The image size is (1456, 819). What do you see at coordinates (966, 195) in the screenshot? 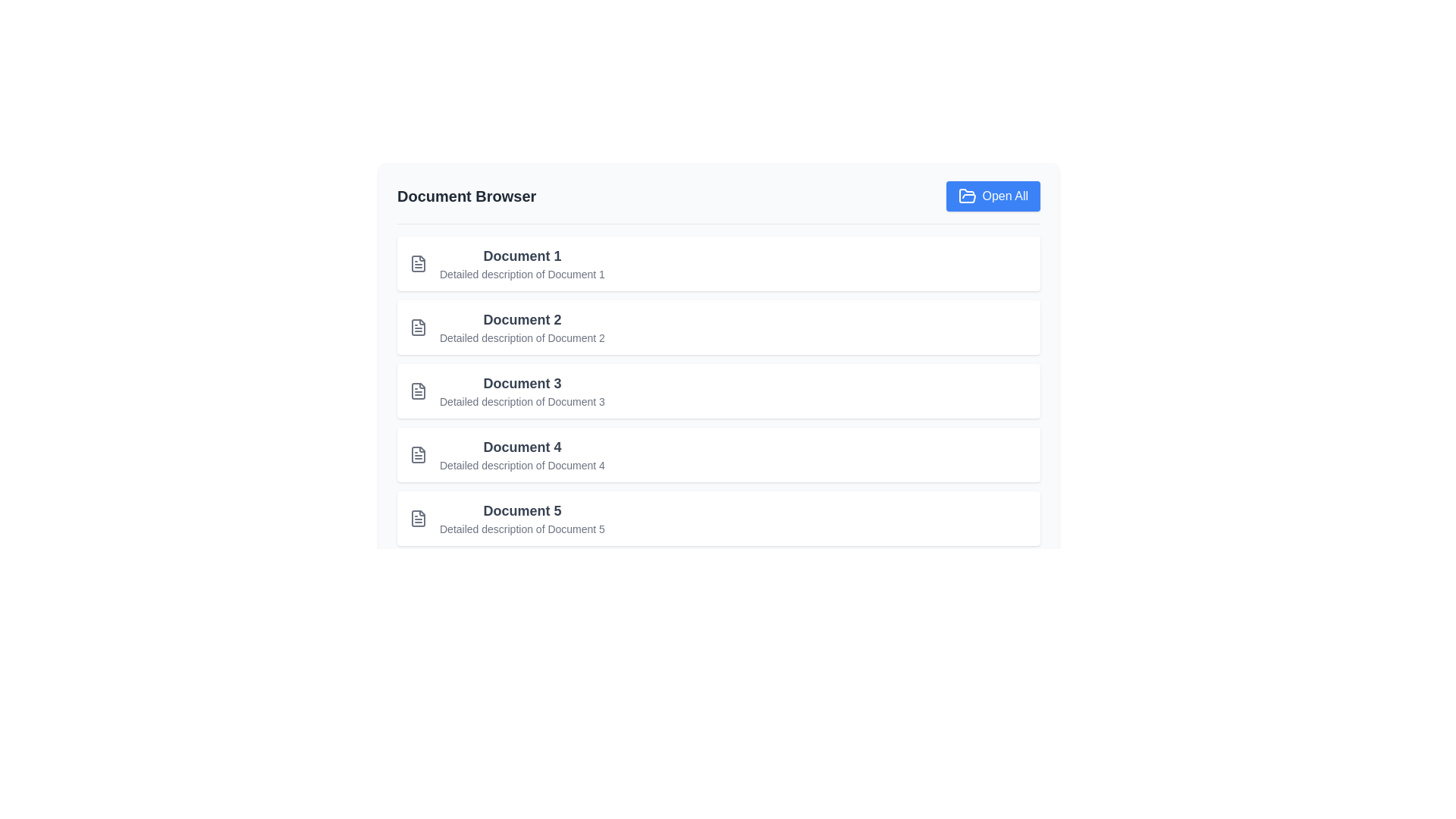
I see `the SVG icon representing a folder, which is located at the top-right corner of the interface adjacent to the 'Open All' button` at bounding box center [966, 195].